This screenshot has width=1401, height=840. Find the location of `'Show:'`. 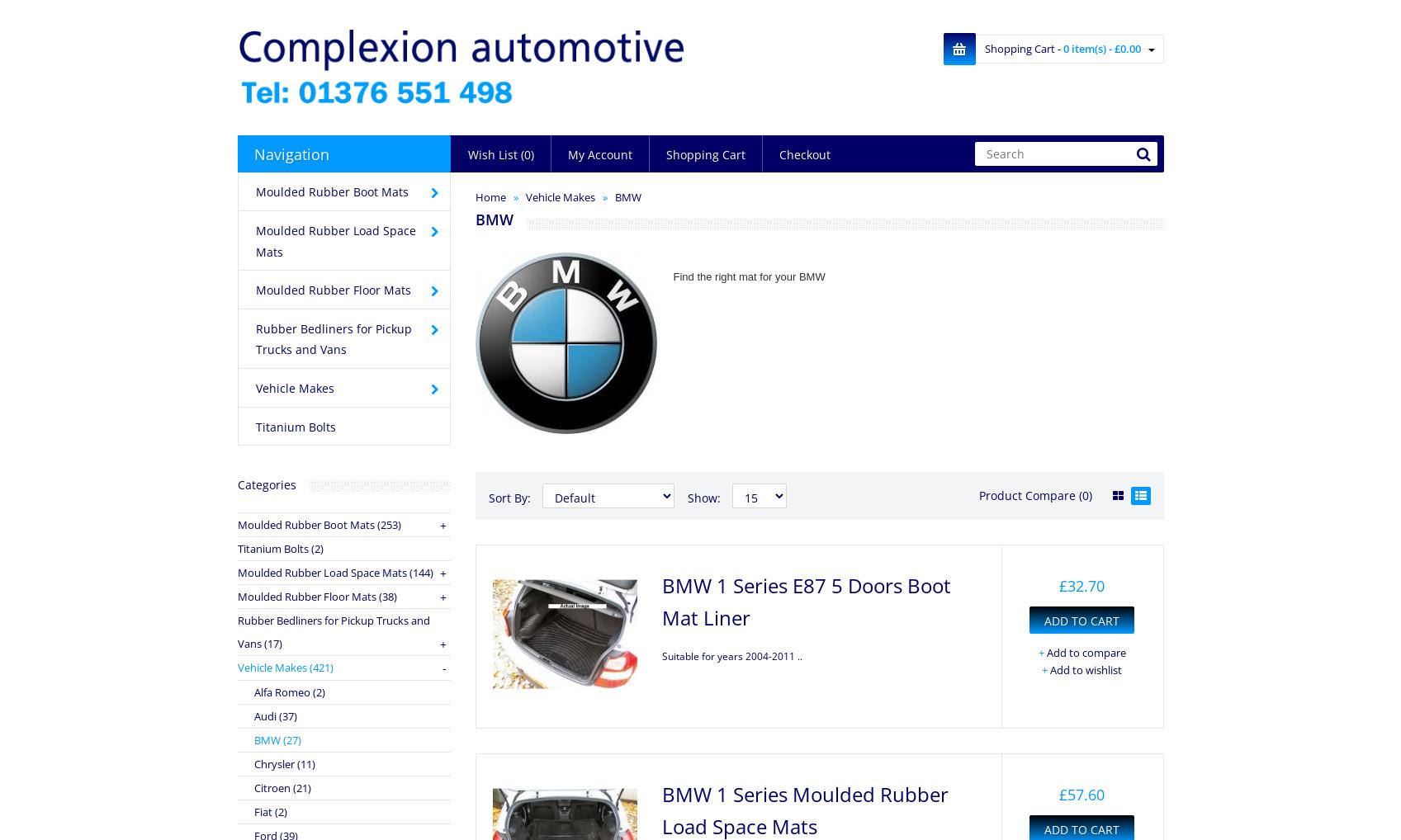

'Show:' is located at coordinates (703, 498).